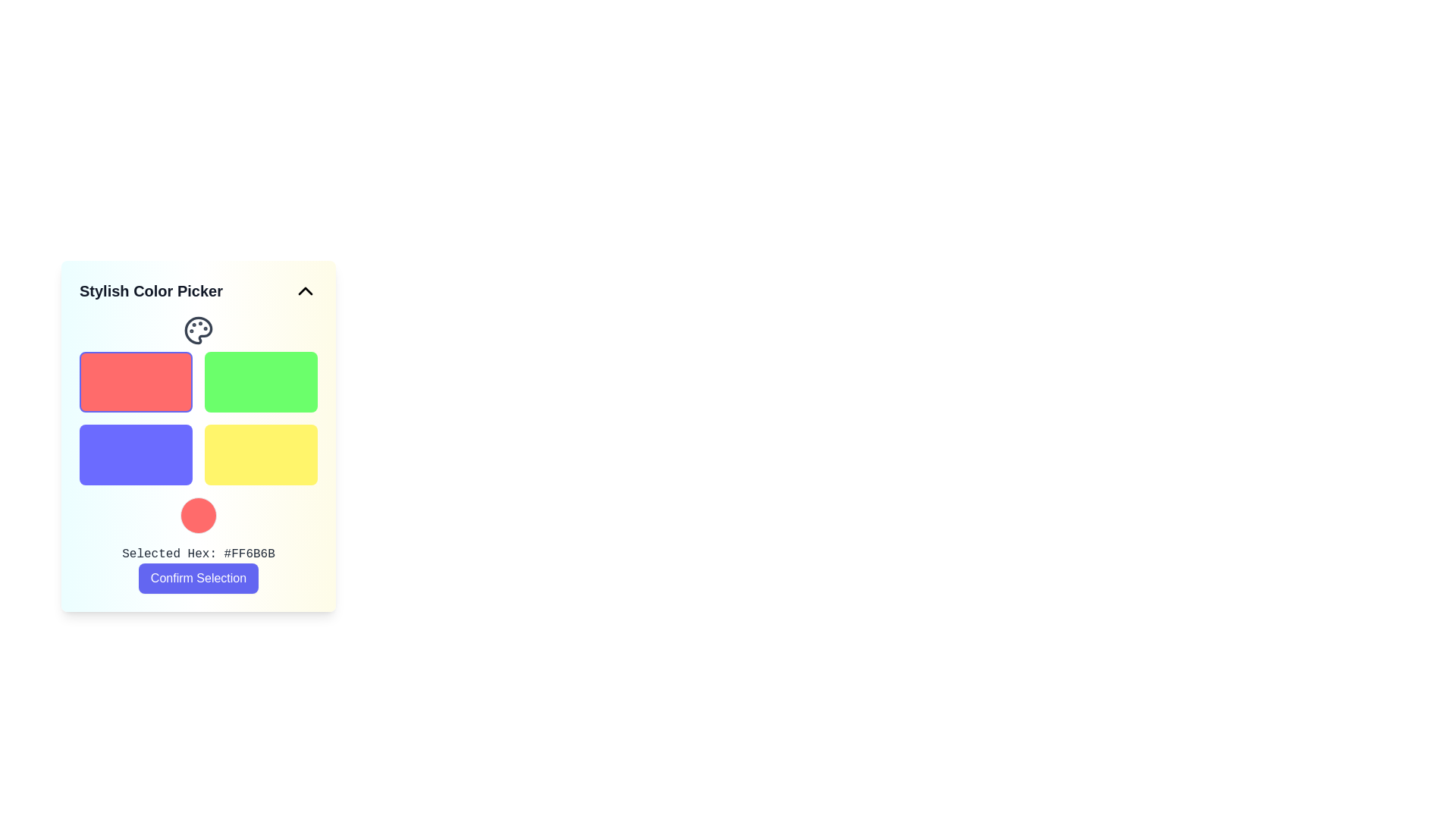 This screenshot has height=819, width=1456. What do you see at coordinates (136, 454) in the screenshot?
I see `the rectangular button with rounded corners and a solid blue background located in the second row, first column of a 2x2 grid layout within a color picker interface` at bounding box center [136, 454].